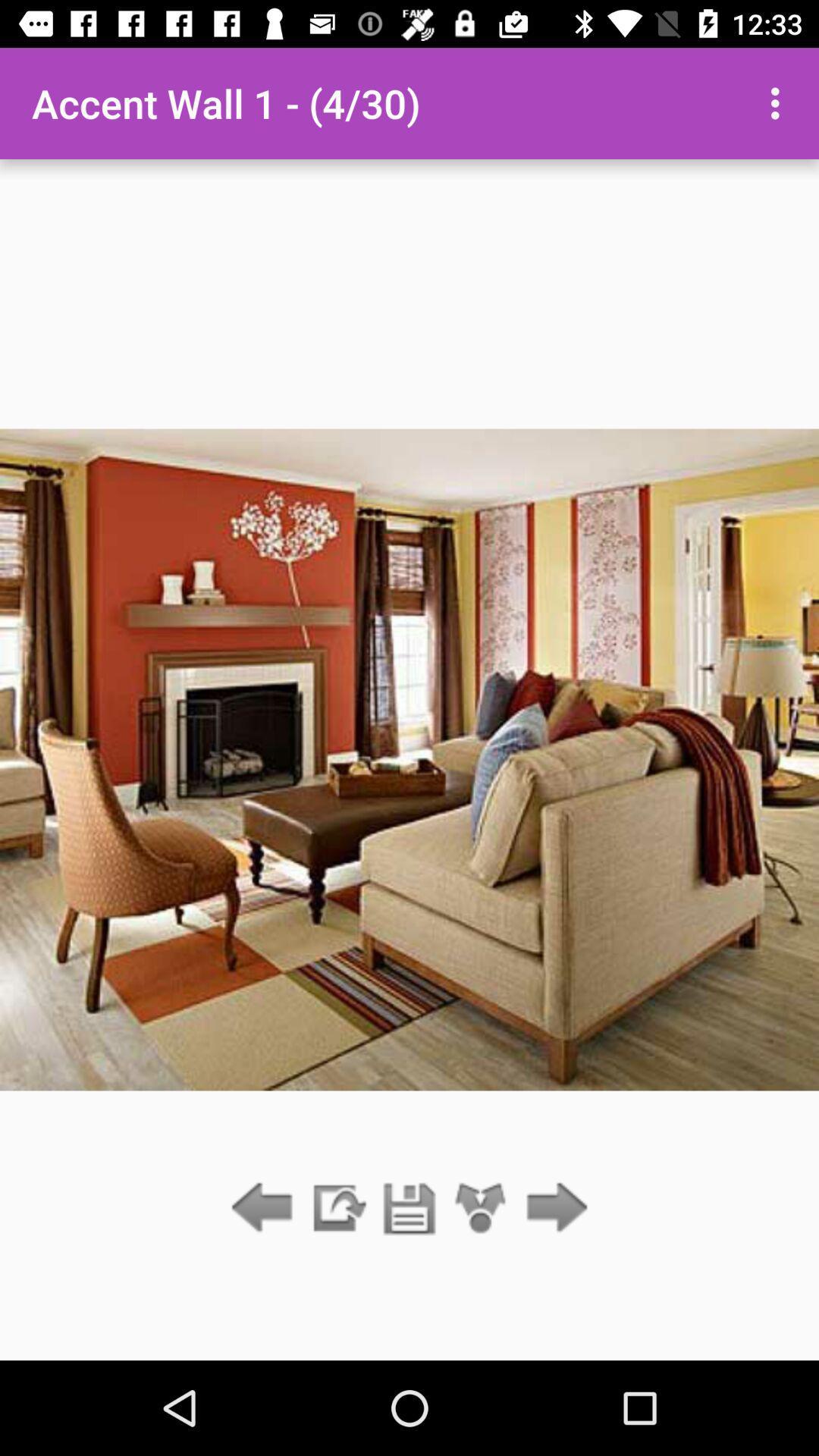 Image resolution: width=819 pixels, height=1456 pixels. Describe the element at coordinates (779, 102) in the screenshot. I see `the icon at the top right corner` at that location.